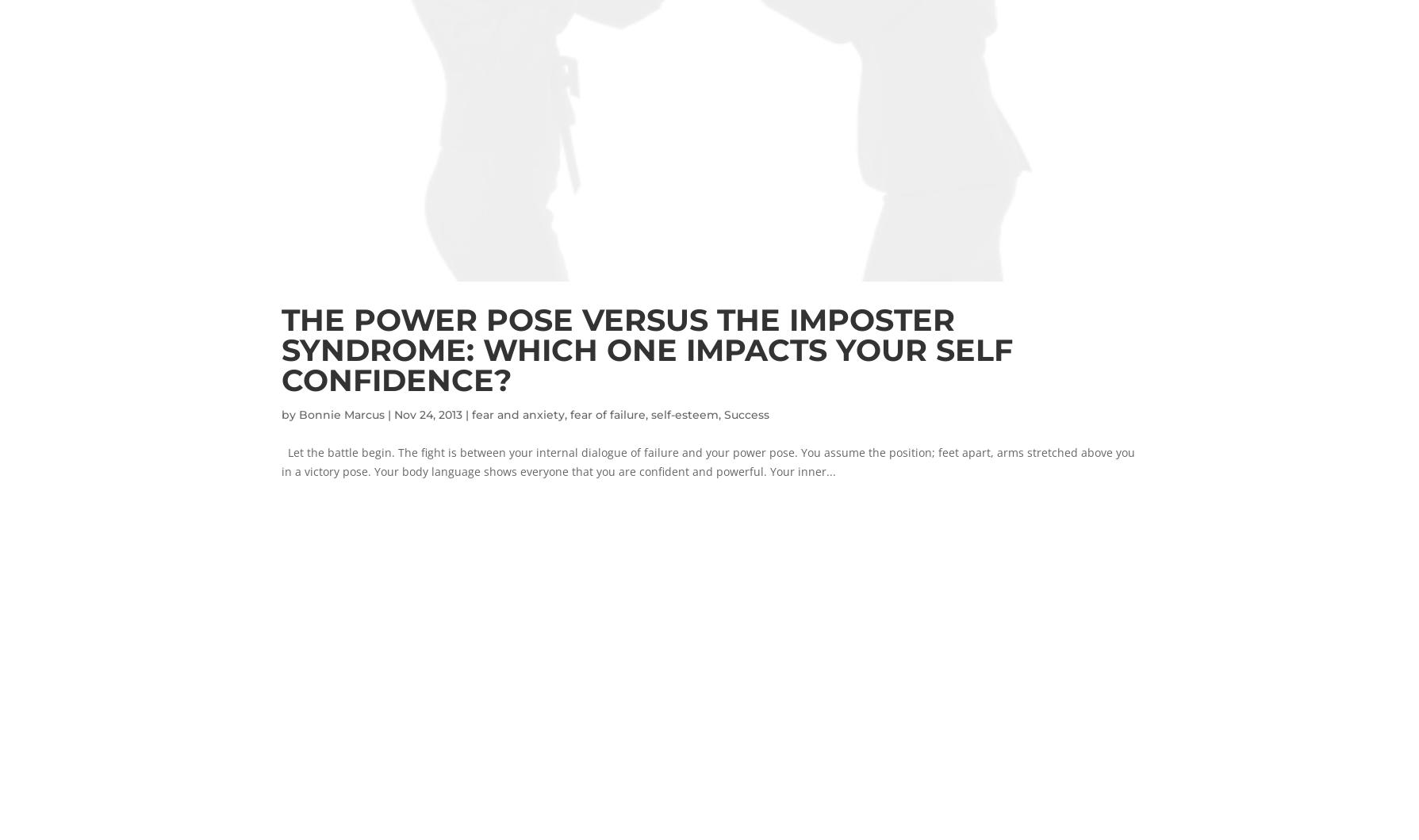 Image resolution: width=1419 pixels, height=840 pixels. Describe the element at coordinates (684, 413) in the screenshot. I see `'self-esteem'` at that location.